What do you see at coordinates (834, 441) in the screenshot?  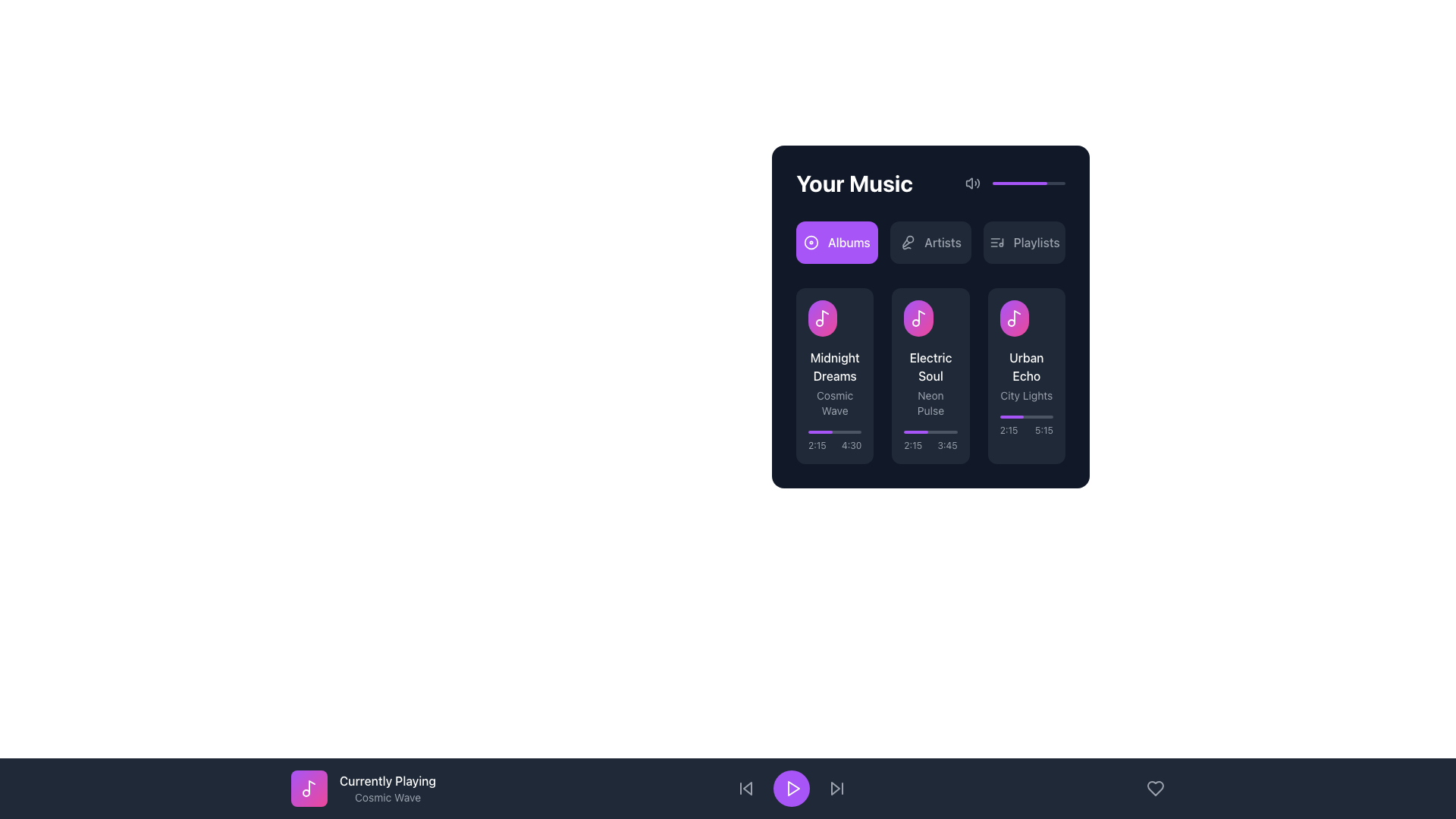 I see `the text display showing the current and total duration of the music track 'Midnight Dreams' located under the purple progress bar in the 'Albums' section of the 'Your Music' interface` at bounding box center [834, 441].